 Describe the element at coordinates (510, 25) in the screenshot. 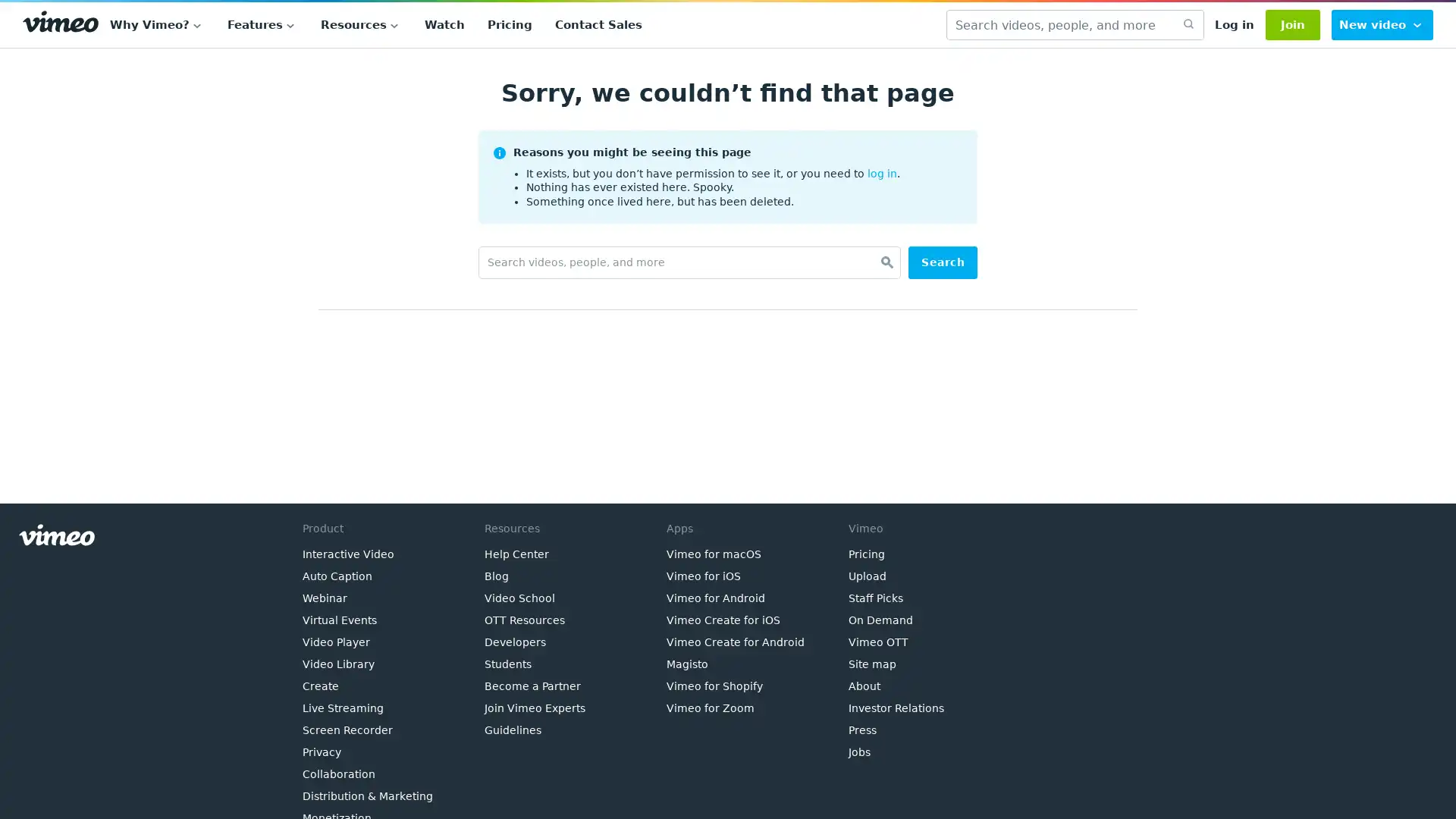

I see `Pricing` at that location.